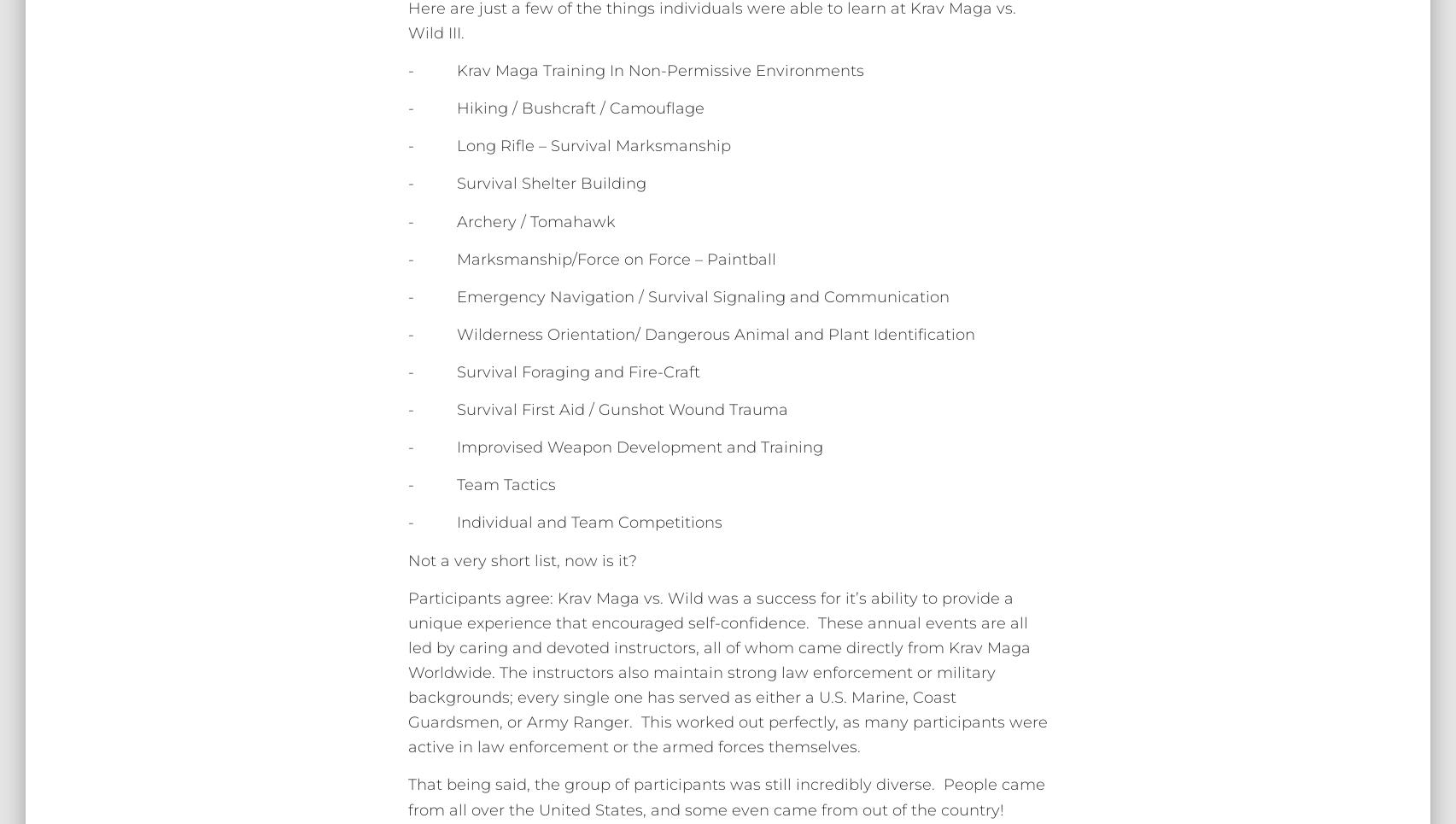 The width and height of the screenshot is (1456, 824). Describe the element at coordinates (727, 672) in the screenshot. I see `'Participants agree: Krav Maga vs. Wild was a success for it’s ability to provide a unique experience that encouraged self-confidence.  These annual events are all led by caring and devoted instructors, all of whom came directly from Krav Maga Worldwide. The instructors also maintain strong law enforcement or military backgrounds; every single one has served as either a U.S. Marine, Coast Guardsmen, or Army Ranger.  This worked out perfectly, as many participants were active in law enforcement or the armed forces themselves.'` at that location.